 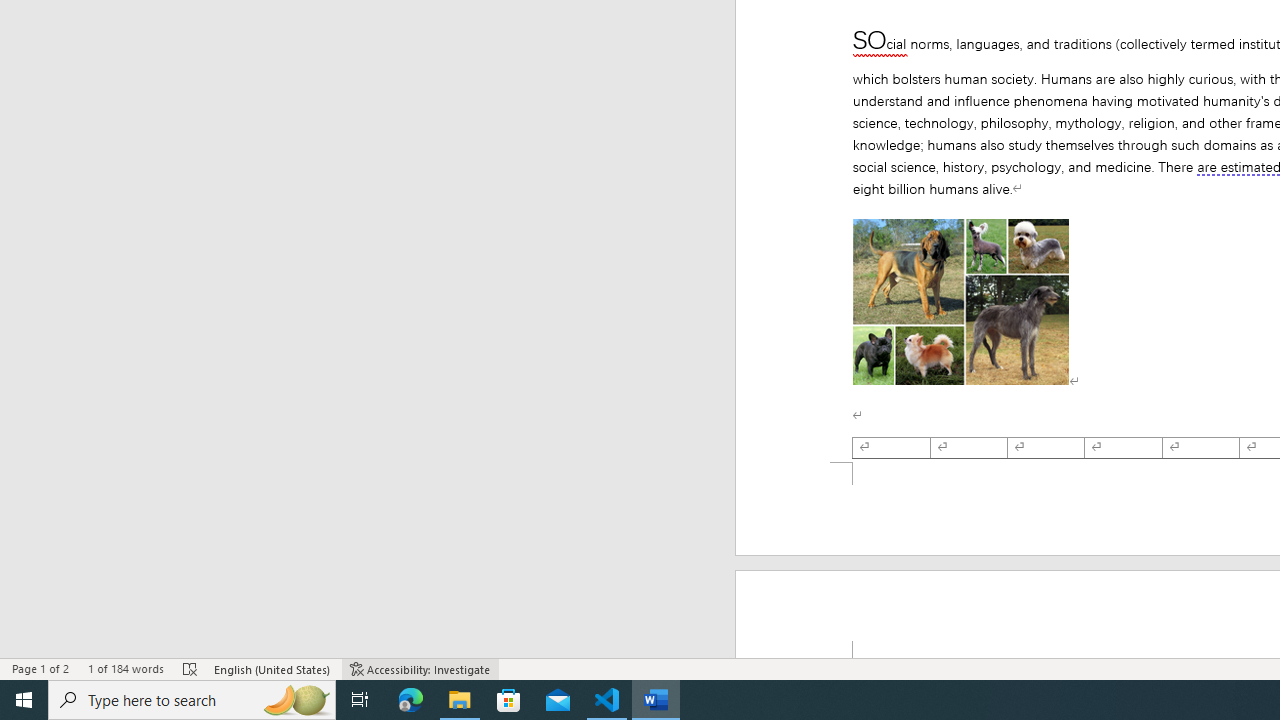 I want to click on 'Page Number Page 1 of 2', so click(x=40, y=669).